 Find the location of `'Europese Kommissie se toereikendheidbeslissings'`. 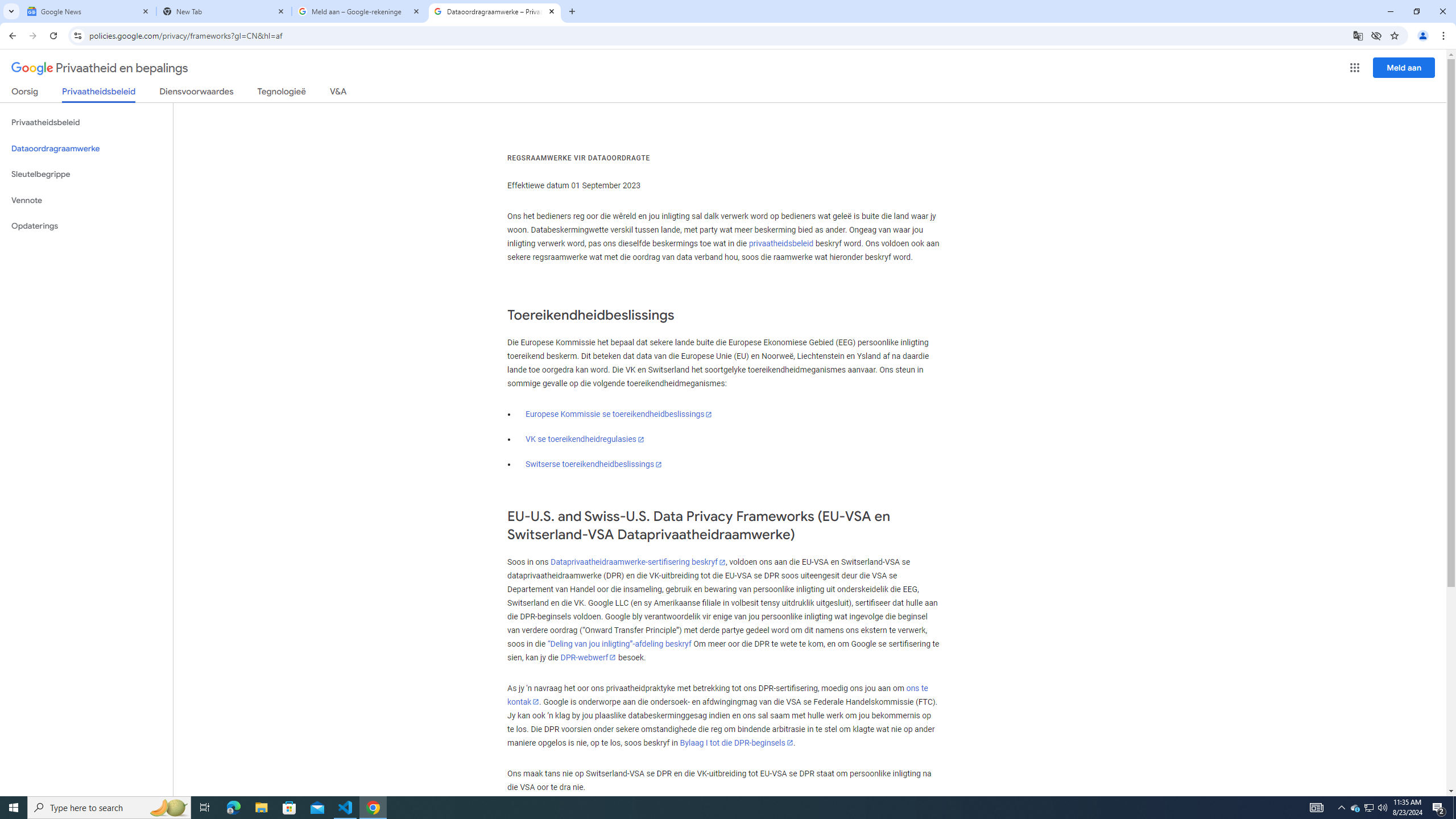

'Europese Kommissie se toereikendheidbeslissings' is located at coordinates (619, 413).